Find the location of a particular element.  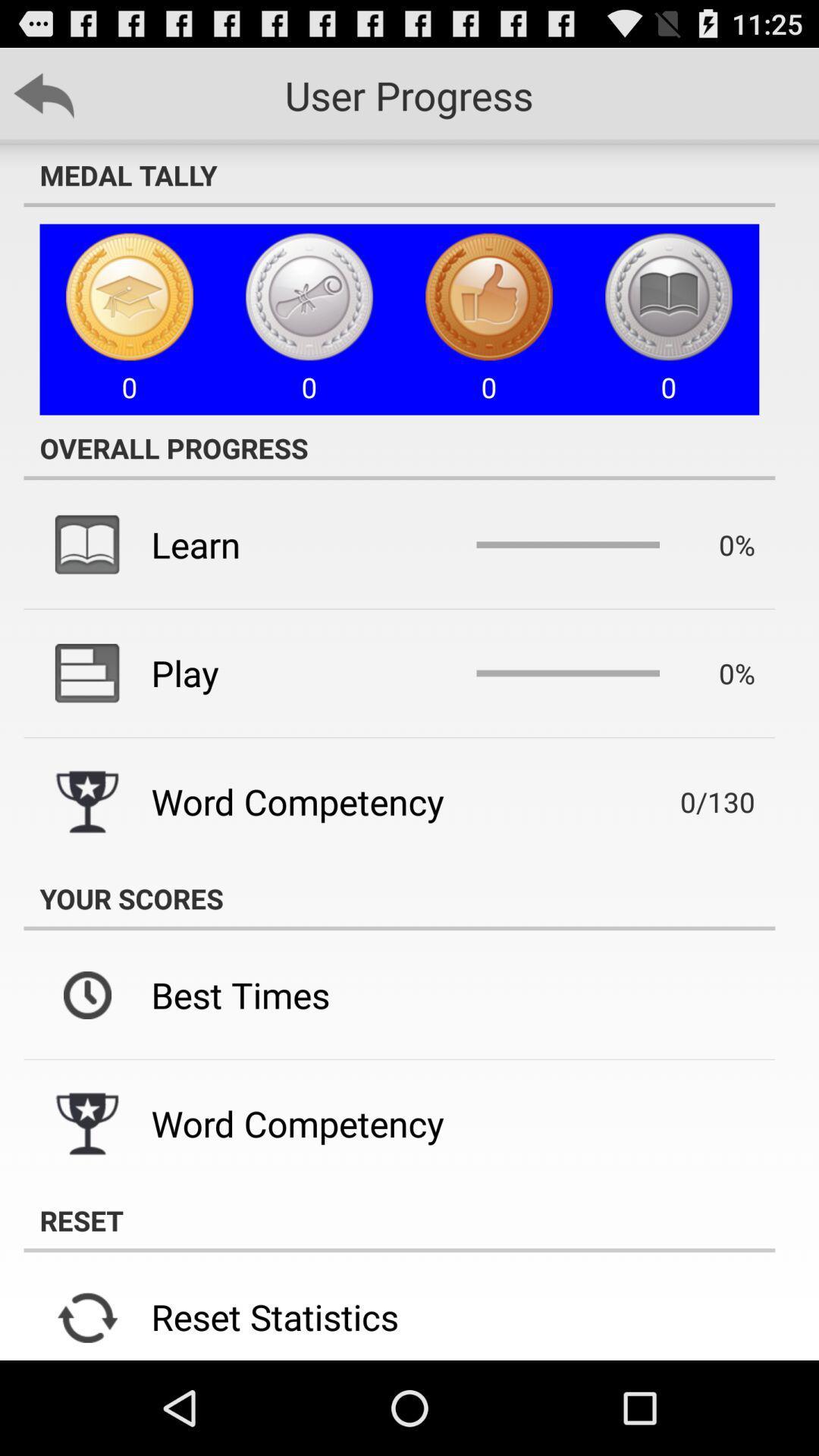

icon above the your scores is located at coordinates (695, 801).